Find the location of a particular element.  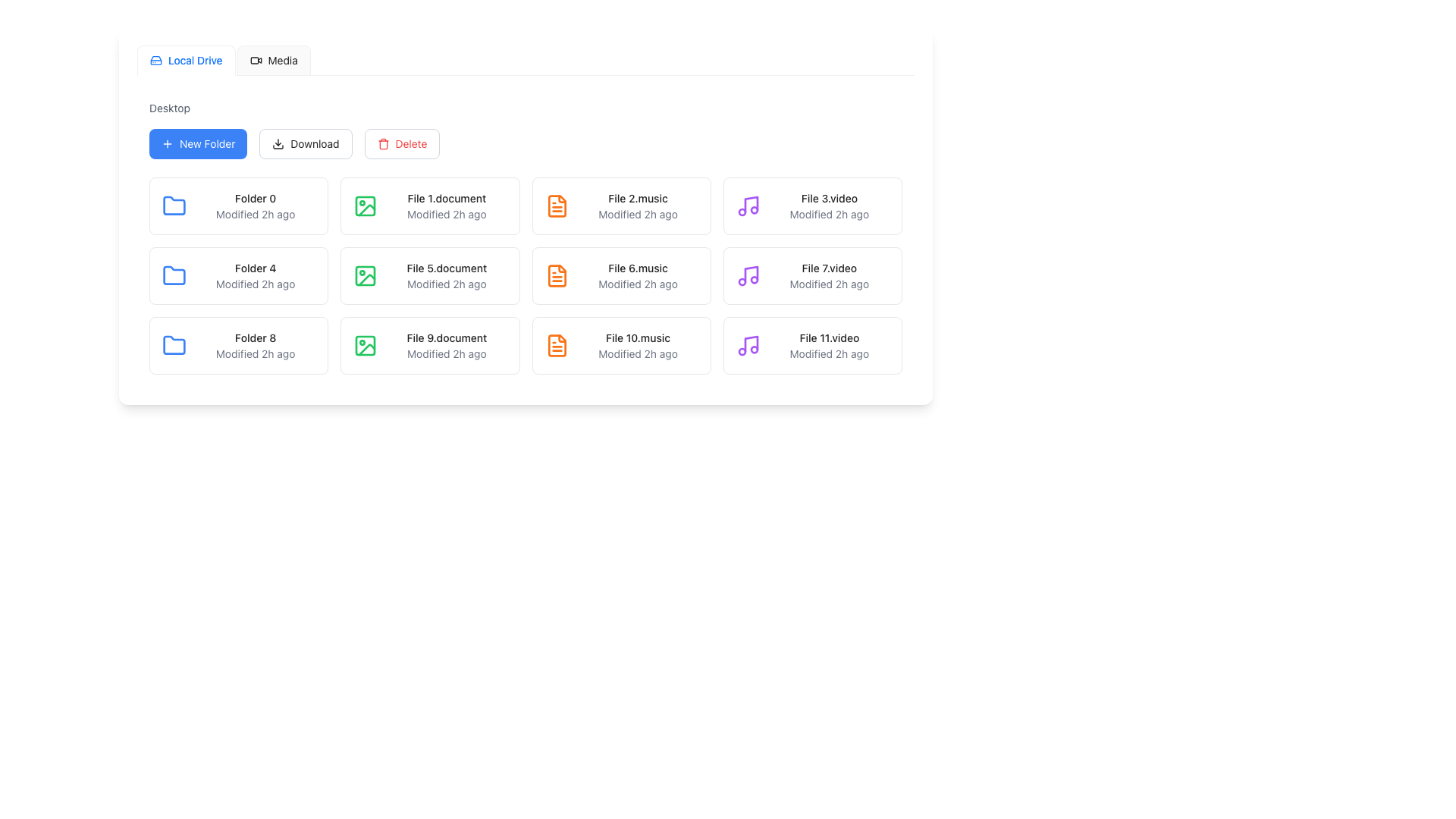

the button representing the file named 'File 2.music' is located at coordinates (621, 206).